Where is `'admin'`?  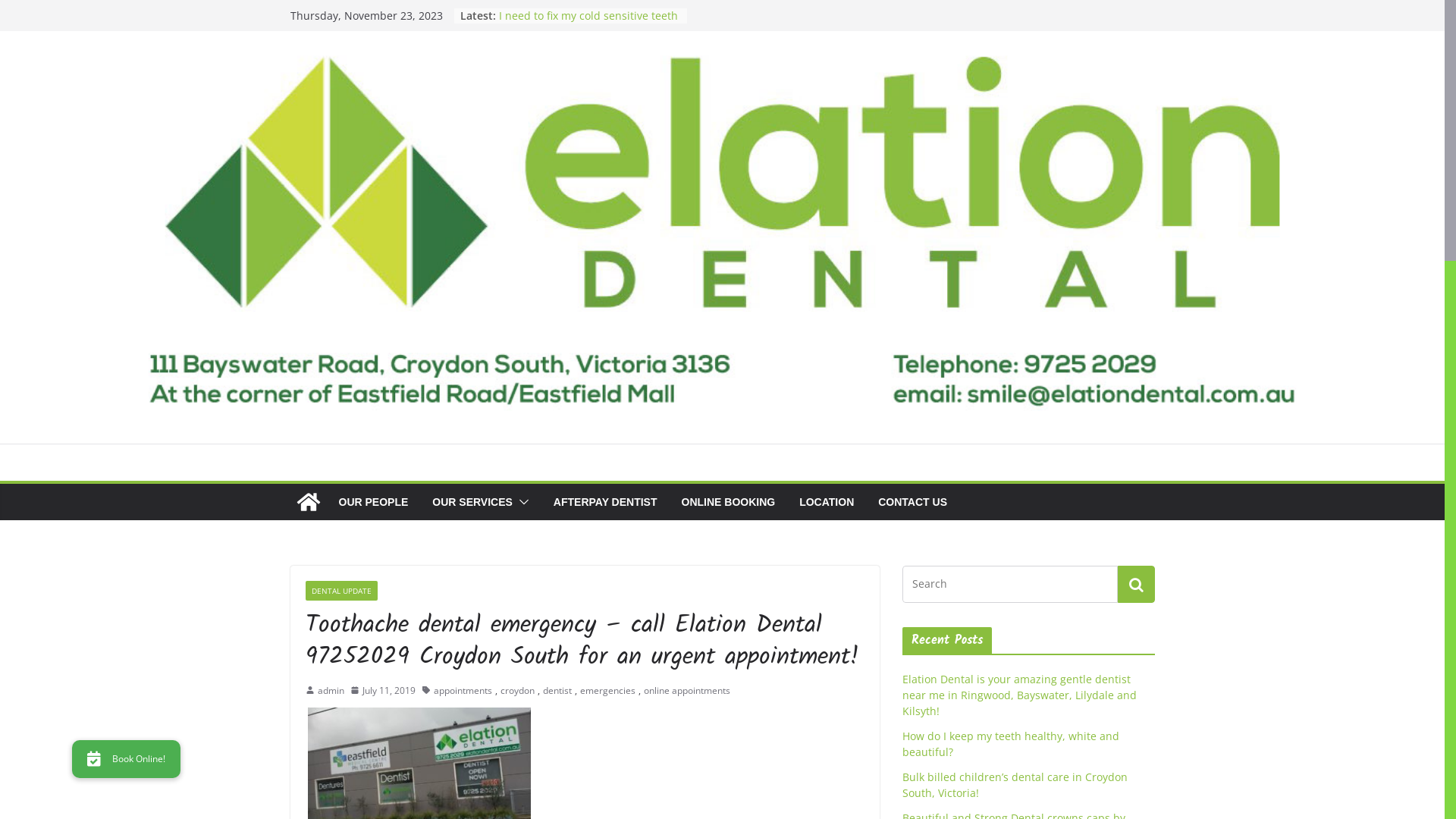 'admin' is located at coordinates (329, 690).